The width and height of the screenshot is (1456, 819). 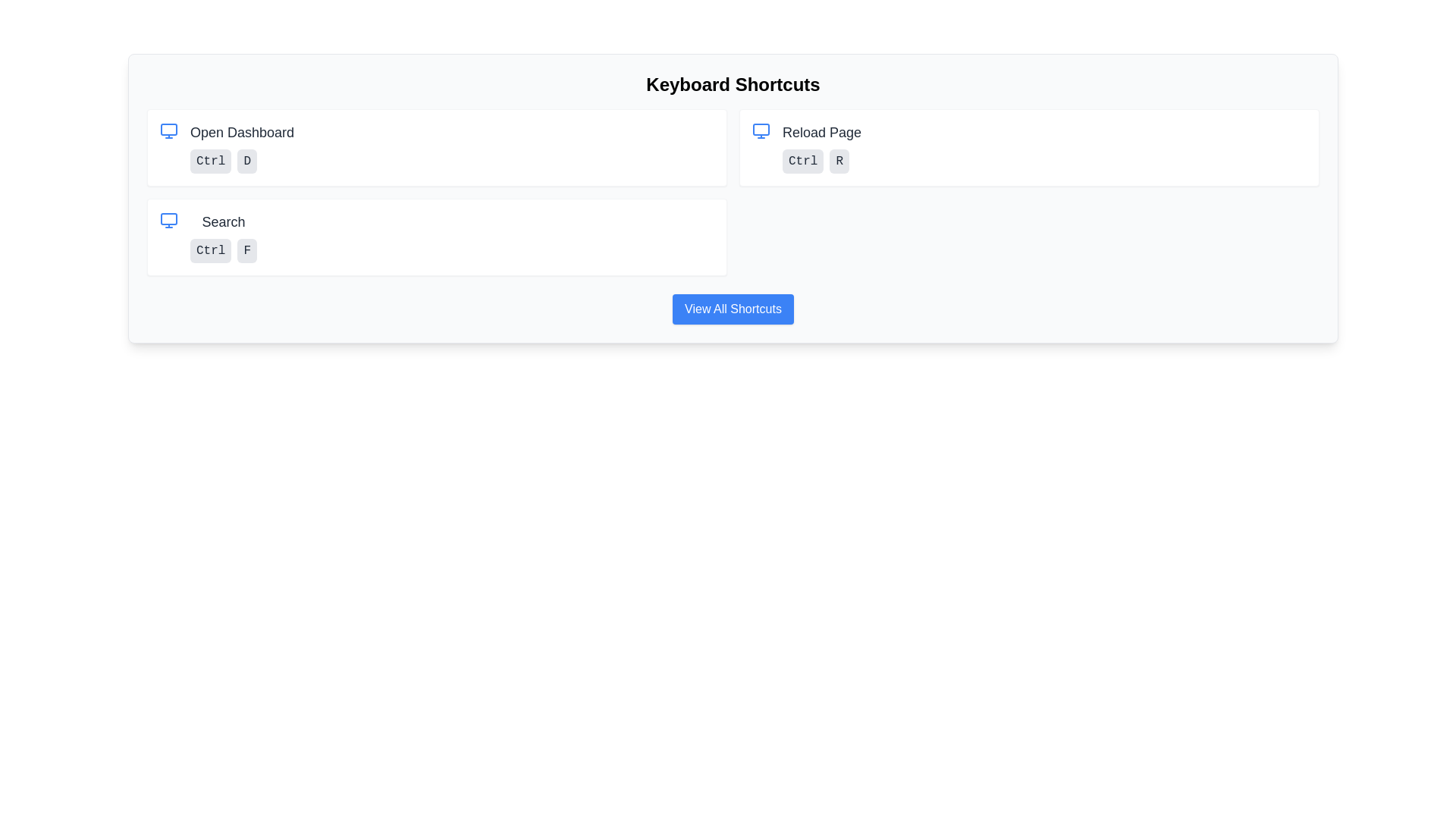 I want to click on the inner rounded rectangle of the blue monitor icon associated with the 'Reload Page' shortcut in the top-right section of the 'Keyboard Shortcuts' interface, so click(x=761, y=128).